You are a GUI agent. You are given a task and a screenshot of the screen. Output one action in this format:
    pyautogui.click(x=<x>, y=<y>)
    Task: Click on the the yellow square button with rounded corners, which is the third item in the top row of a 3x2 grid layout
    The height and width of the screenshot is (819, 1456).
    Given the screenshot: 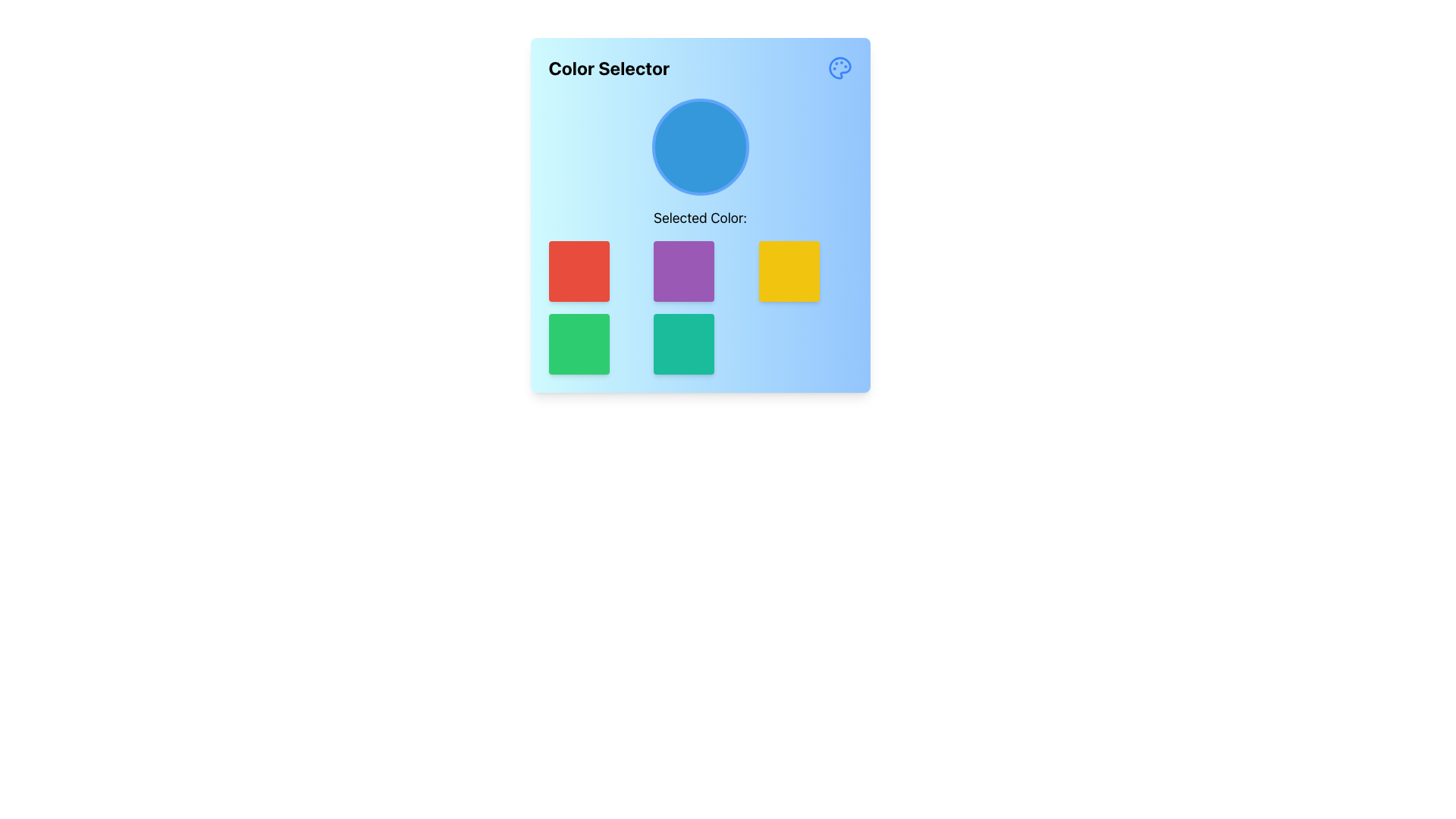 What is the action you would take?
    pyautogui.click(x=805, y=271)
    